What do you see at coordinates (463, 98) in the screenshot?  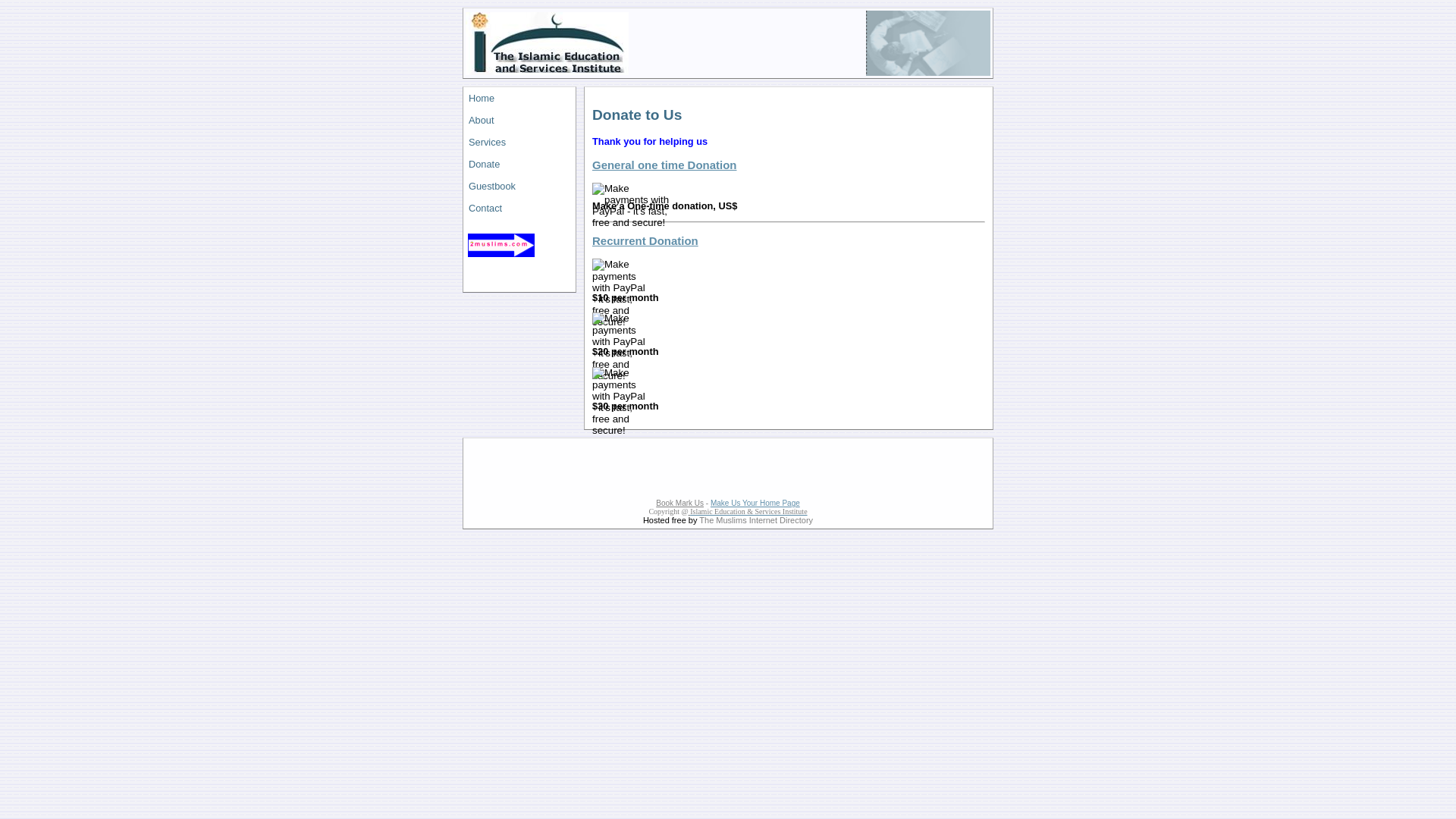 I see `'Home'` at bounding box center [463, 98].